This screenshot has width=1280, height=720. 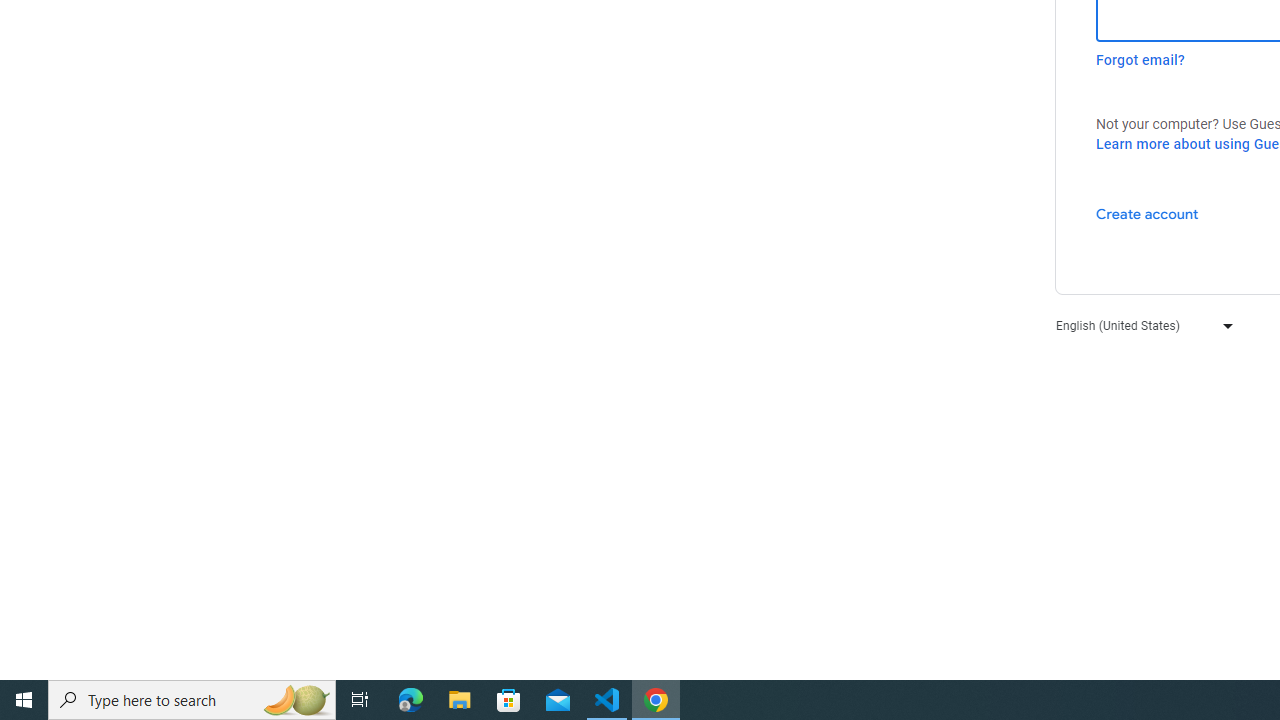 What do you see at coordinates (1140, 59) in the screenshot?
I see `'Forgot email?'` at bounding box center [1140, 59].